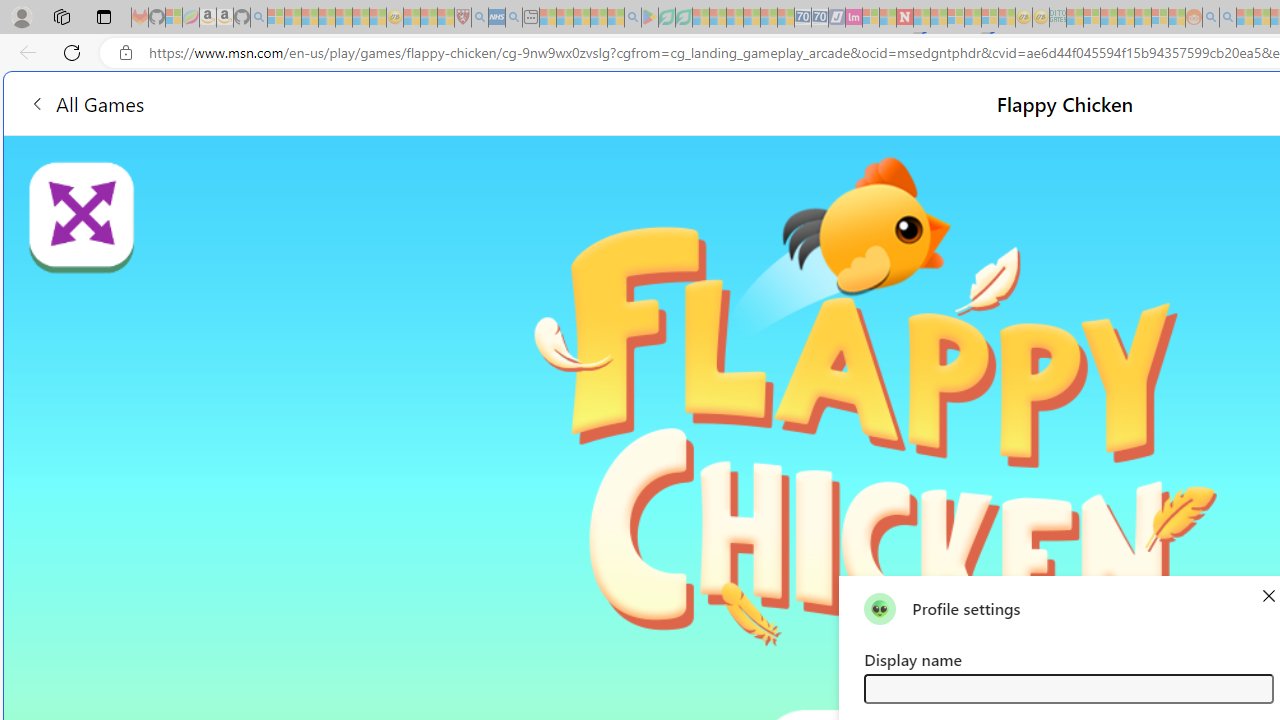 Image resolution: width=1280 pixels, height=720 pixels. I want to click on 'Cheap Hotels - Save70.com - Sleeping', so click(819, 17).